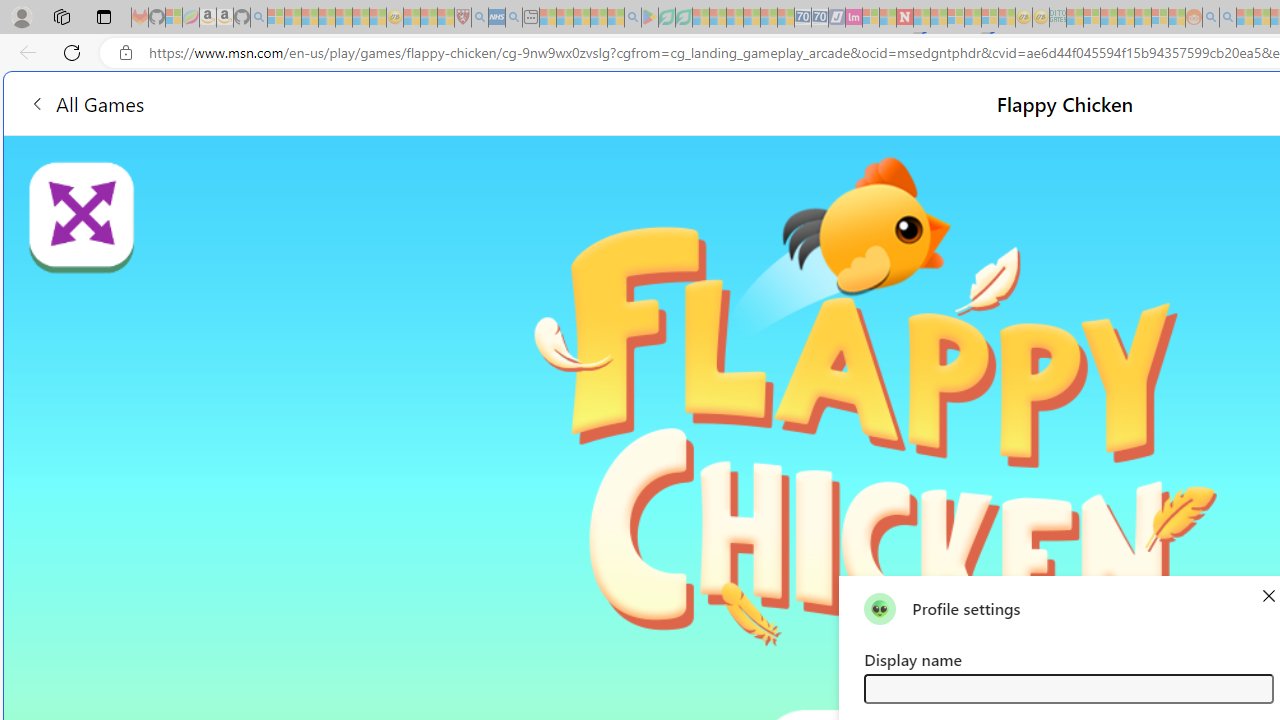 Image resolution: width=1280 pixels, height=720 pixels. I want to click on 'Cheap Hotels - Save70.com - Sleeping', so click(819, 17).